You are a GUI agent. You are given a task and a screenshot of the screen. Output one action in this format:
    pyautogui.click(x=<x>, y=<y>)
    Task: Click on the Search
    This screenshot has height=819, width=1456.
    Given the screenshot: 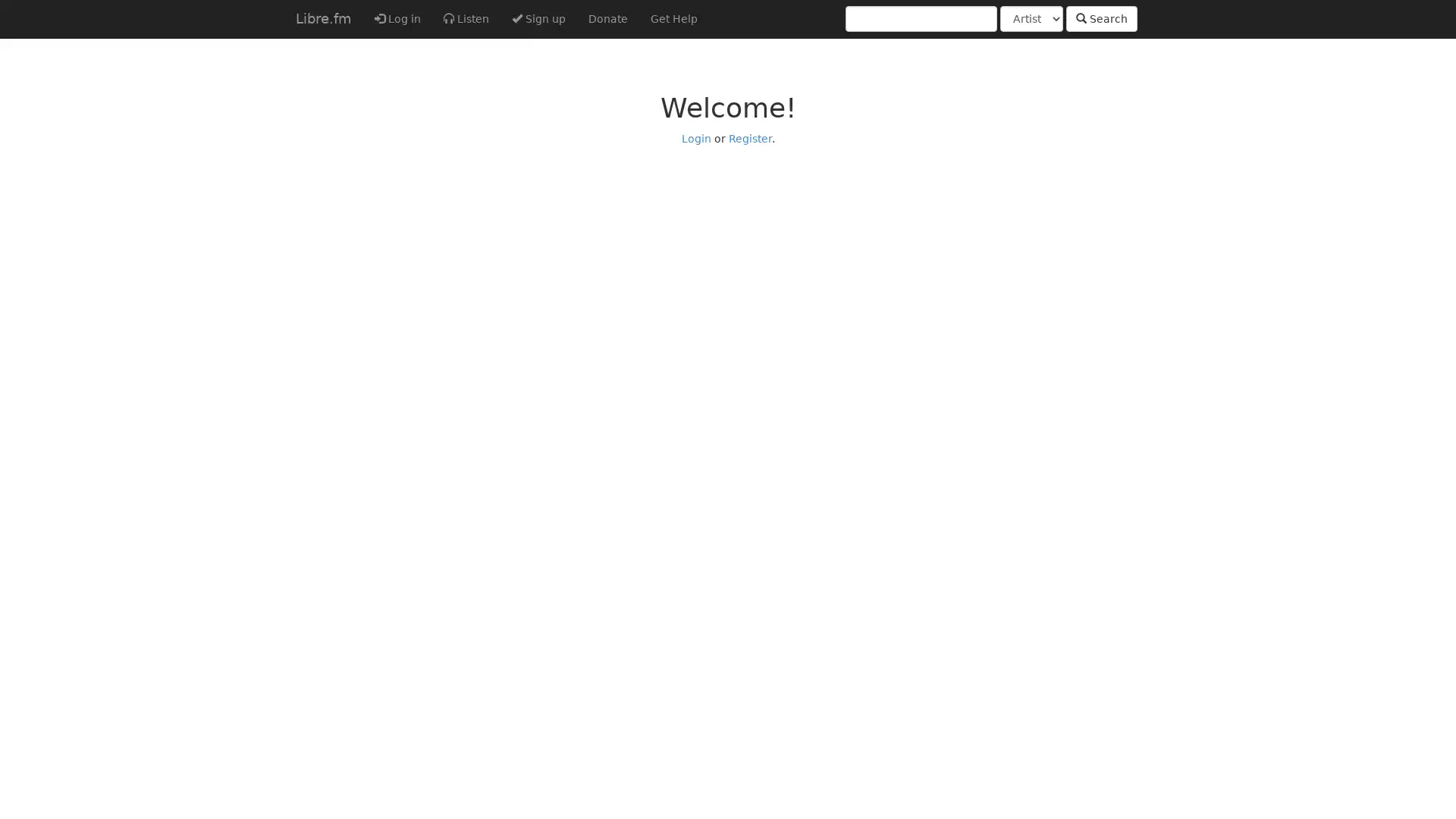 What is the action you would take?
    pyautogui.click(x=1102, y=18)
    